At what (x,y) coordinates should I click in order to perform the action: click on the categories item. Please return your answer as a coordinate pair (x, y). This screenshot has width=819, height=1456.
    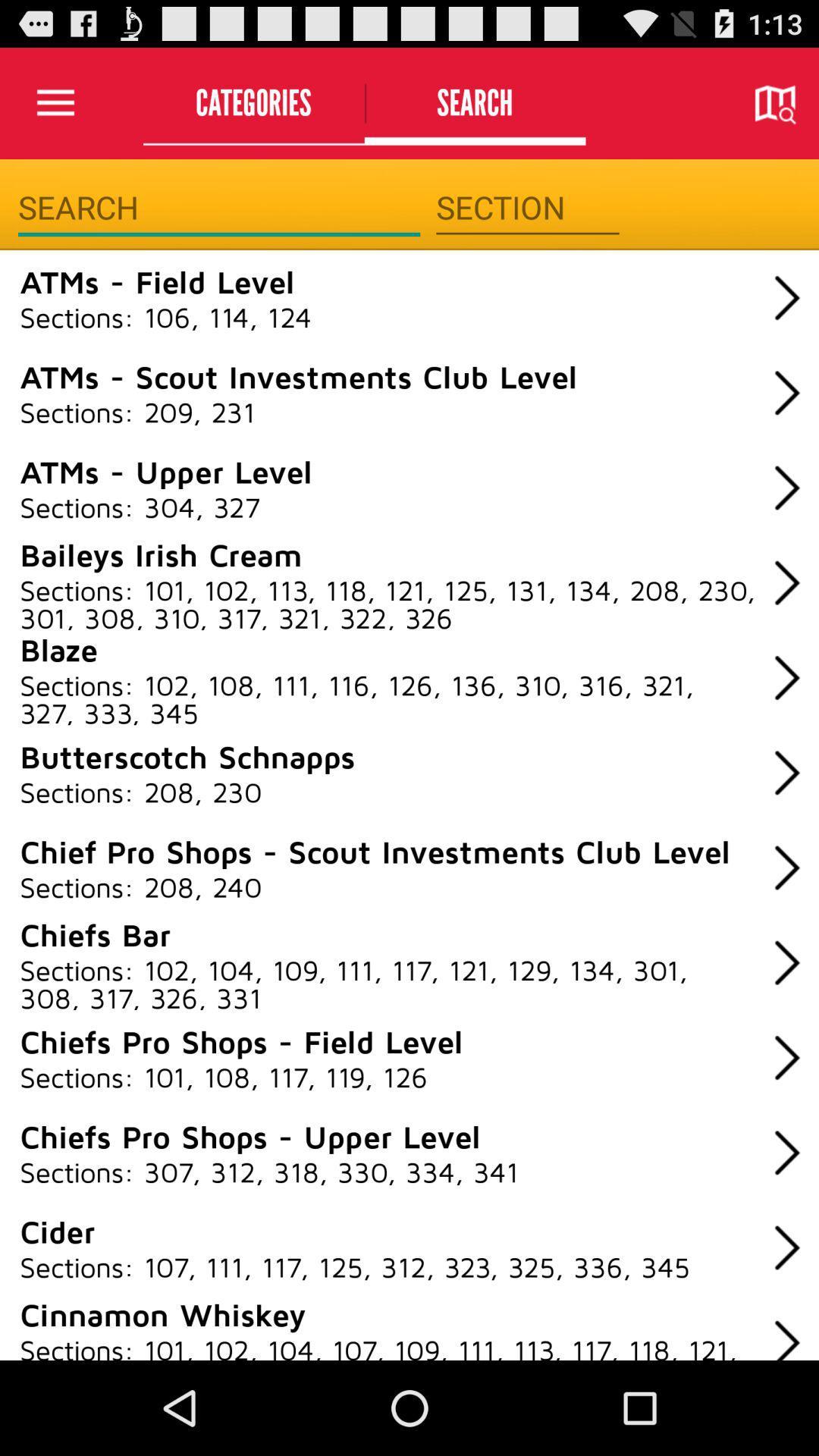
    Looking at the image, I should click on (253, 102).